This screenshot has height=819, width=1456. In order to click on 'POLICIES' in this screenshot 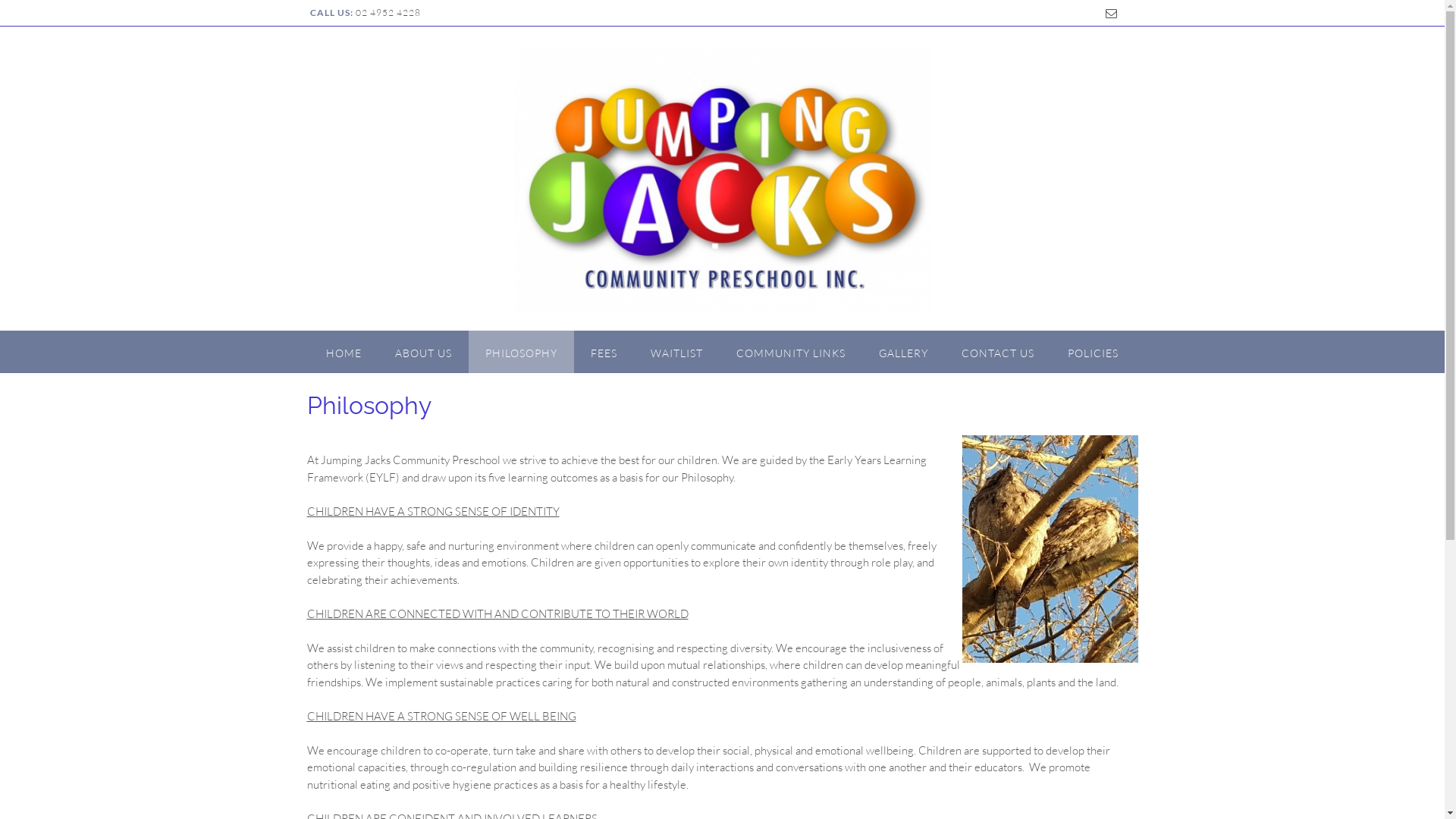, I will do `click(1093, 351)`.